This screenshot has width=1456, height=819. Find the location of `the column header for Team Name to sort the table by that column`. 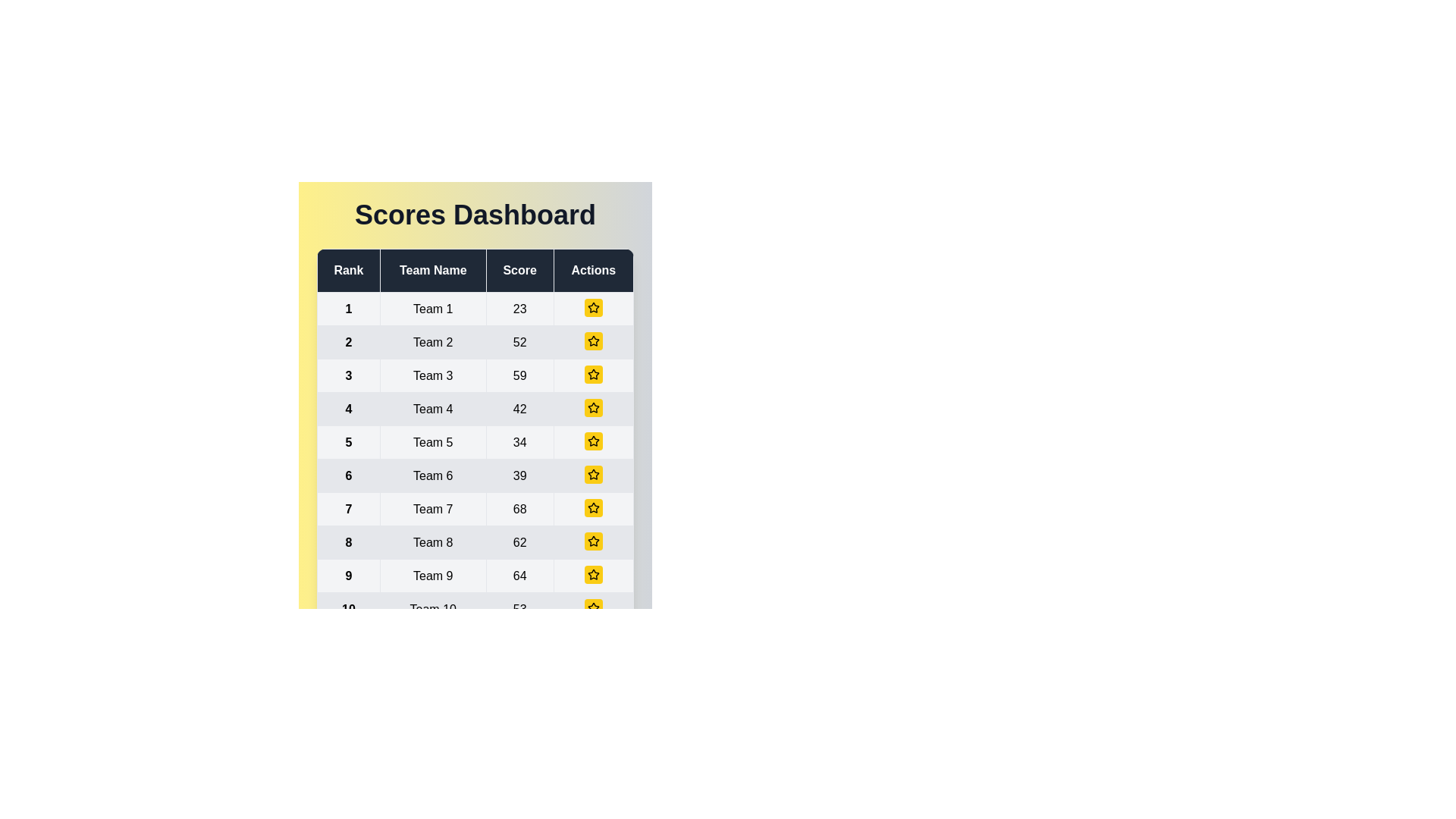

the column header for Team Name to sort the table by that column is located at coordinates (432, 270).